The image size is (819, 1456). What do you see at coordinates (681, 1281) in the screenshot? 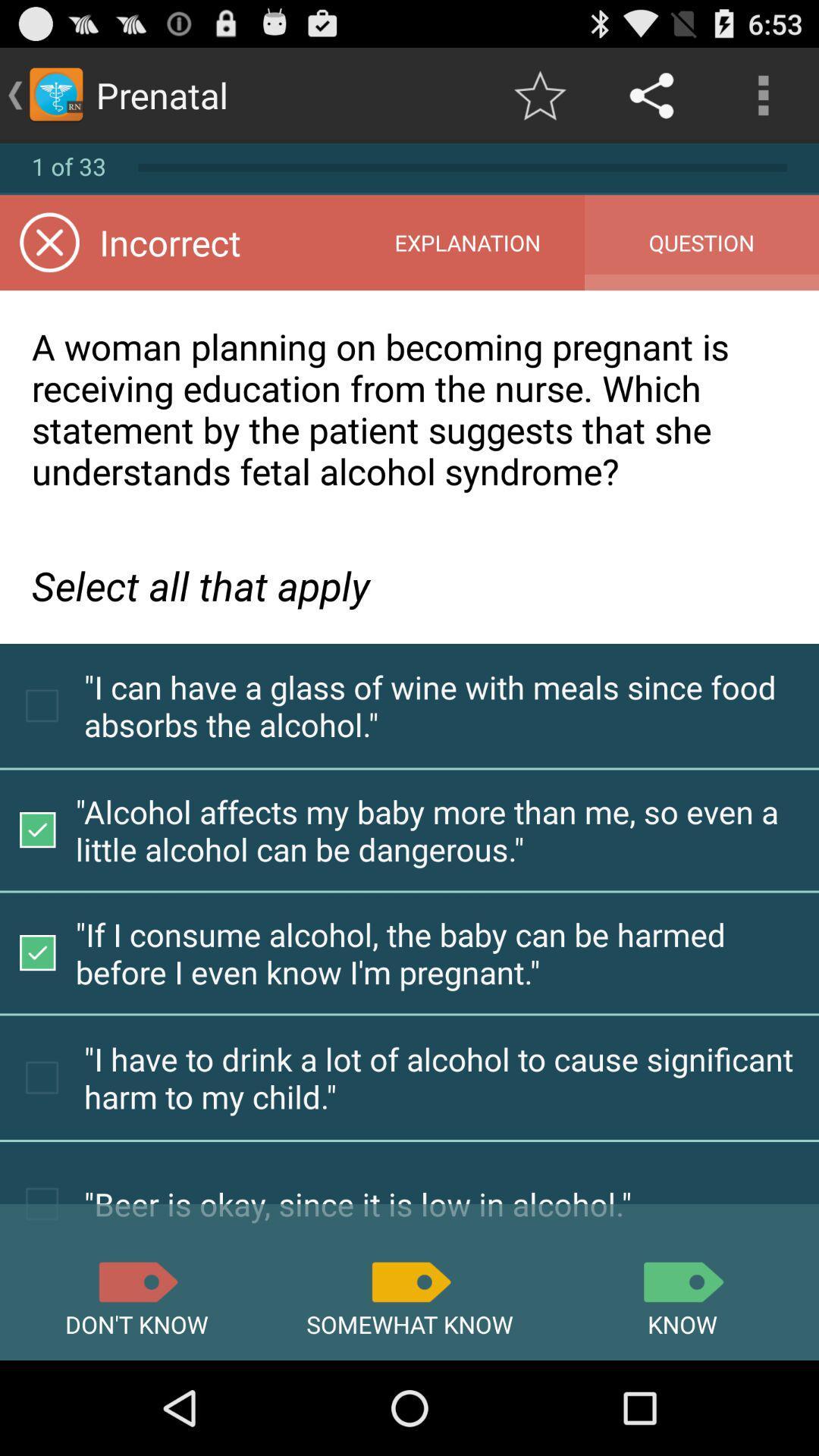
I see `know button` at bounding box center [681, 1281].